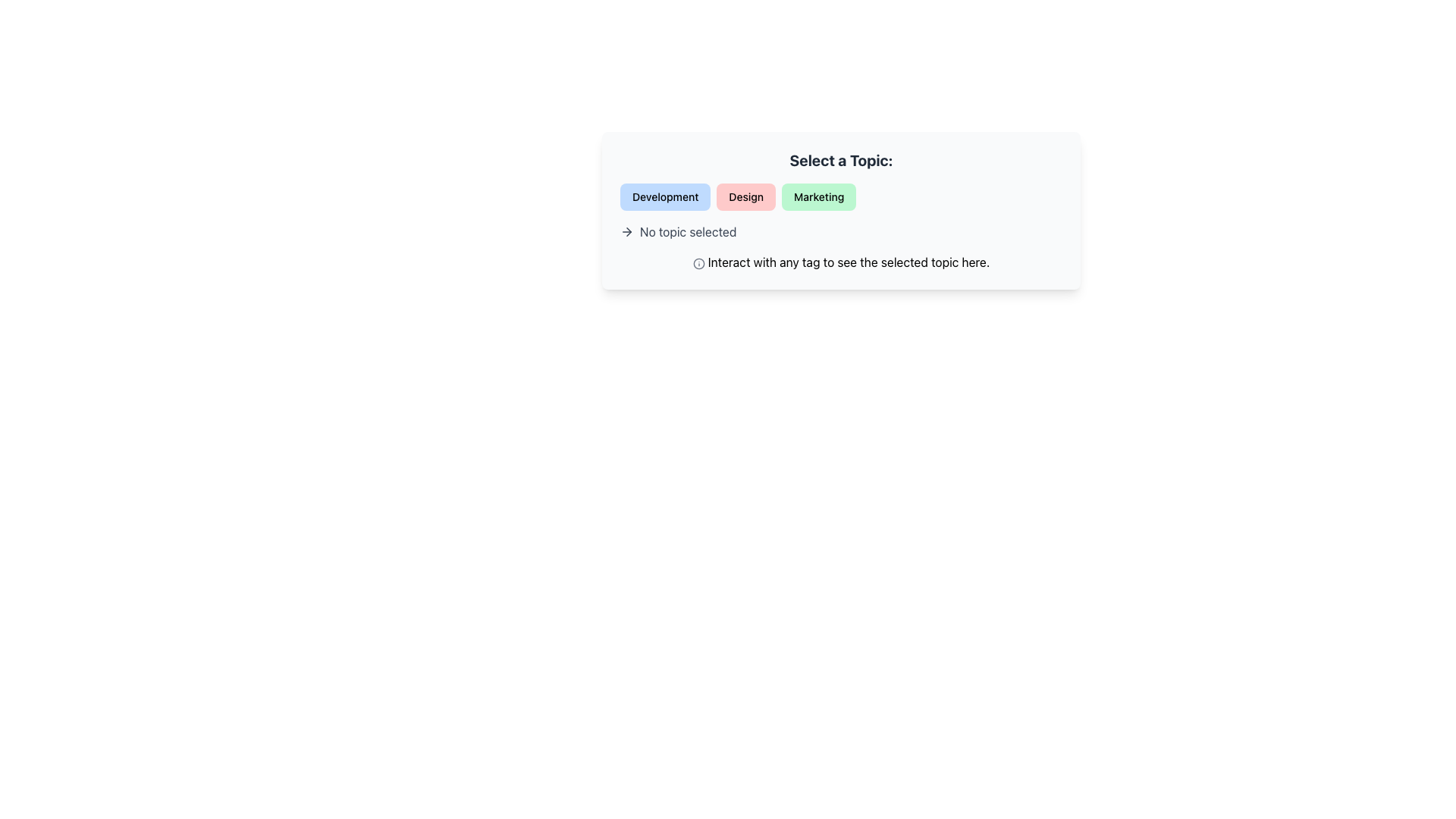  What do you see at coordinates (840, 161) in the screenshot?
I see `the bold, large-sized static text stating 'Select a Topic:' with a gray font color, located at the top of the card-like section` at bounding box center [840, 161].